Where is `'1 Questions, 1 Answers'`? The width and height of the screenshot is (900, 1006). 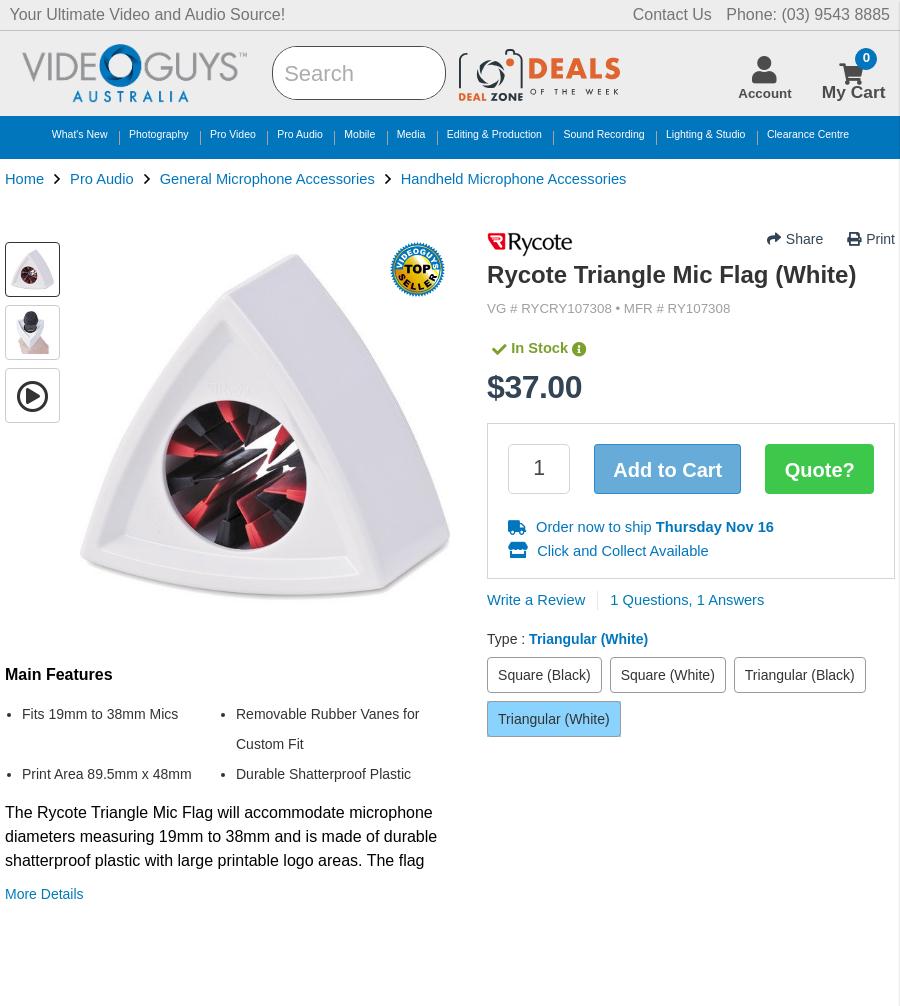
'1 Questions, 1 Answers' is located at coordinates (685, 598).